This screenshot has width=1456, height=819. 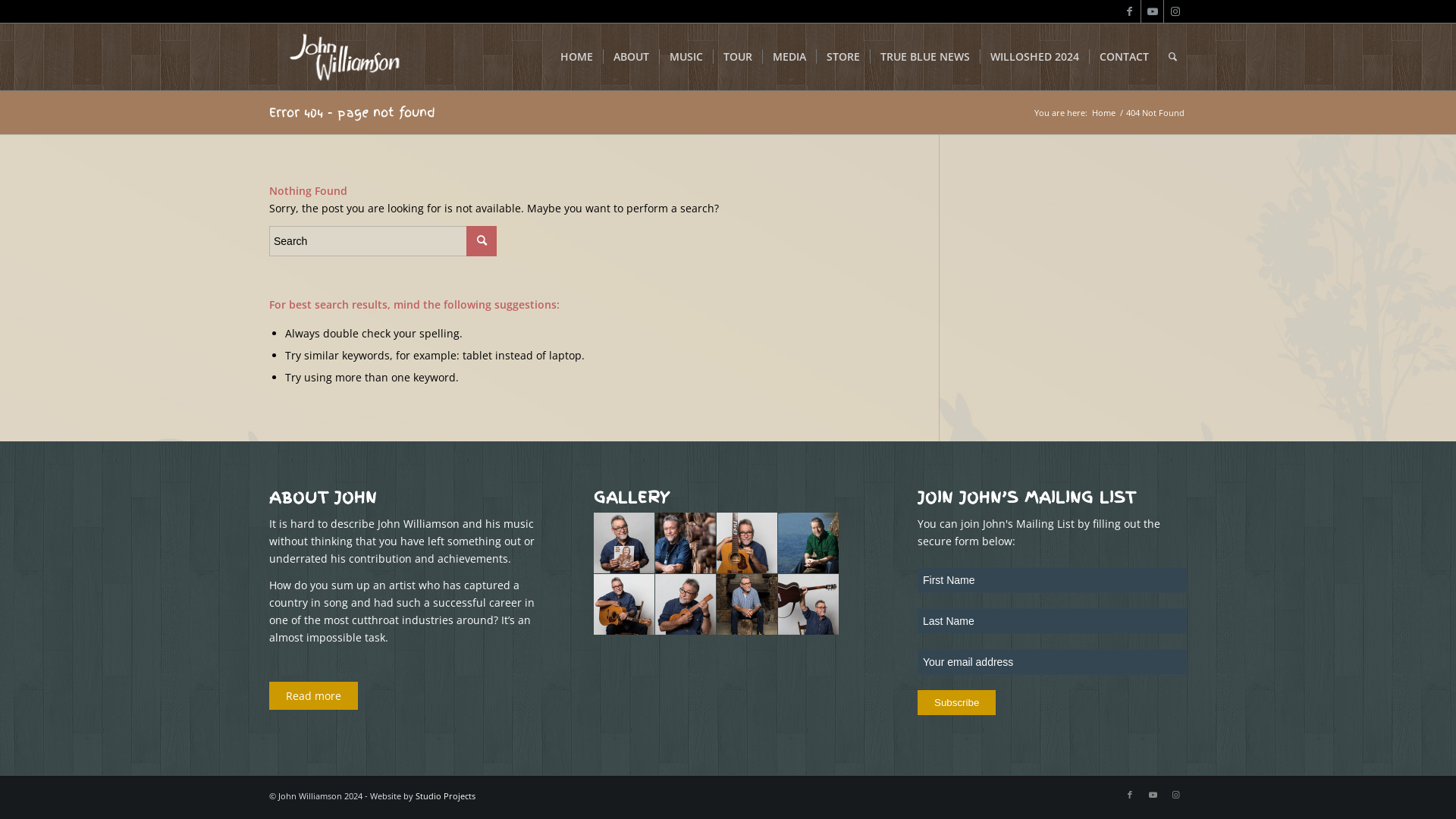 I want to click on 'WILLOSHED 2024', so click(x=1033, y=55).